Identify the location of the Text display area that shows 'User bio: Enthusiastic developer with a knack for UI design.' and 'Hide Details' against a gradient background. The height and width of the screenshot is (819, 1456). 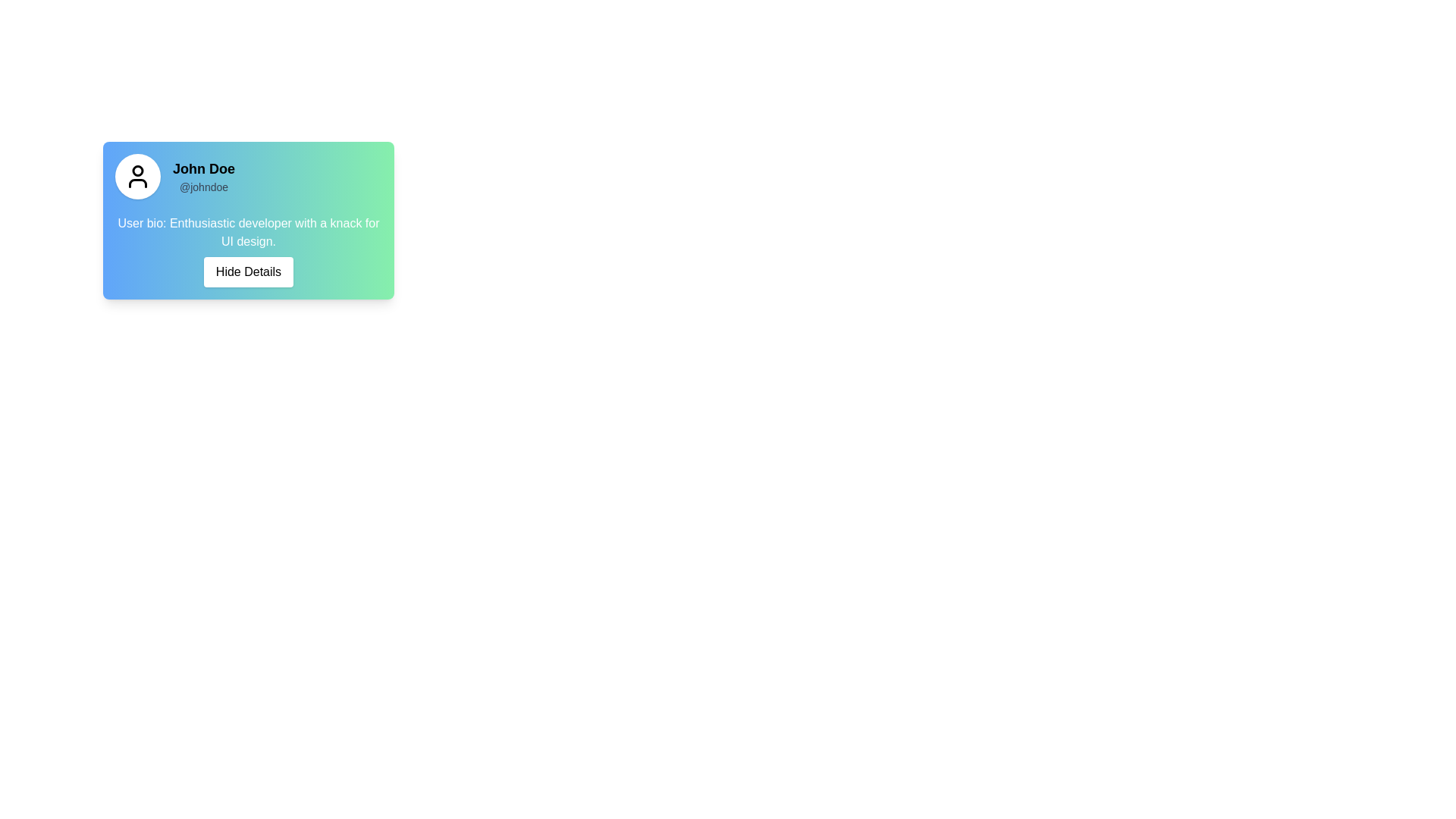
(248, 250).